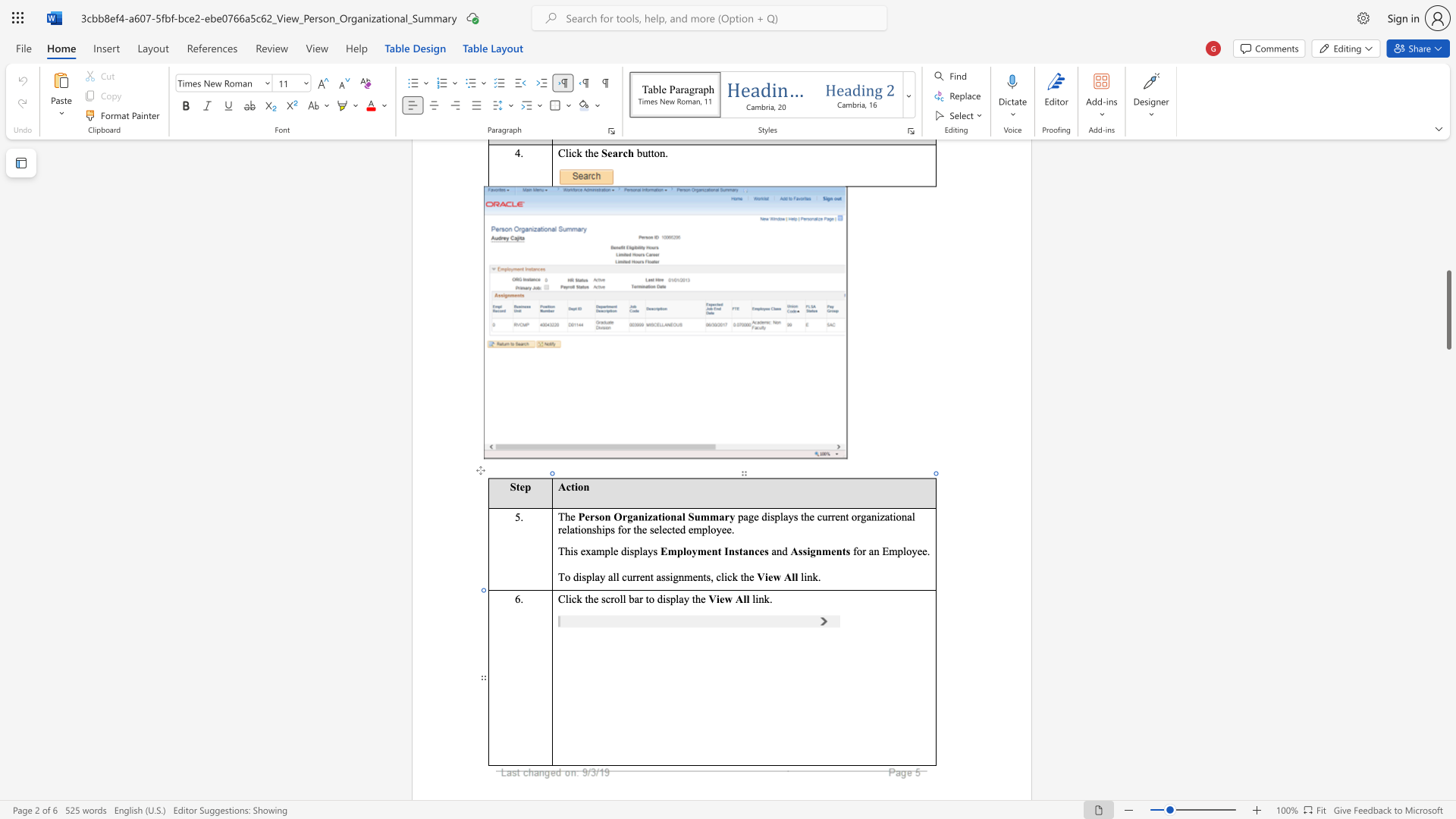 The width and height of the screenshot is (1456, 819). Describe the element at coordinates (664, 529) in the screenshot. I see `the 7th character "e" in the text` at that location.